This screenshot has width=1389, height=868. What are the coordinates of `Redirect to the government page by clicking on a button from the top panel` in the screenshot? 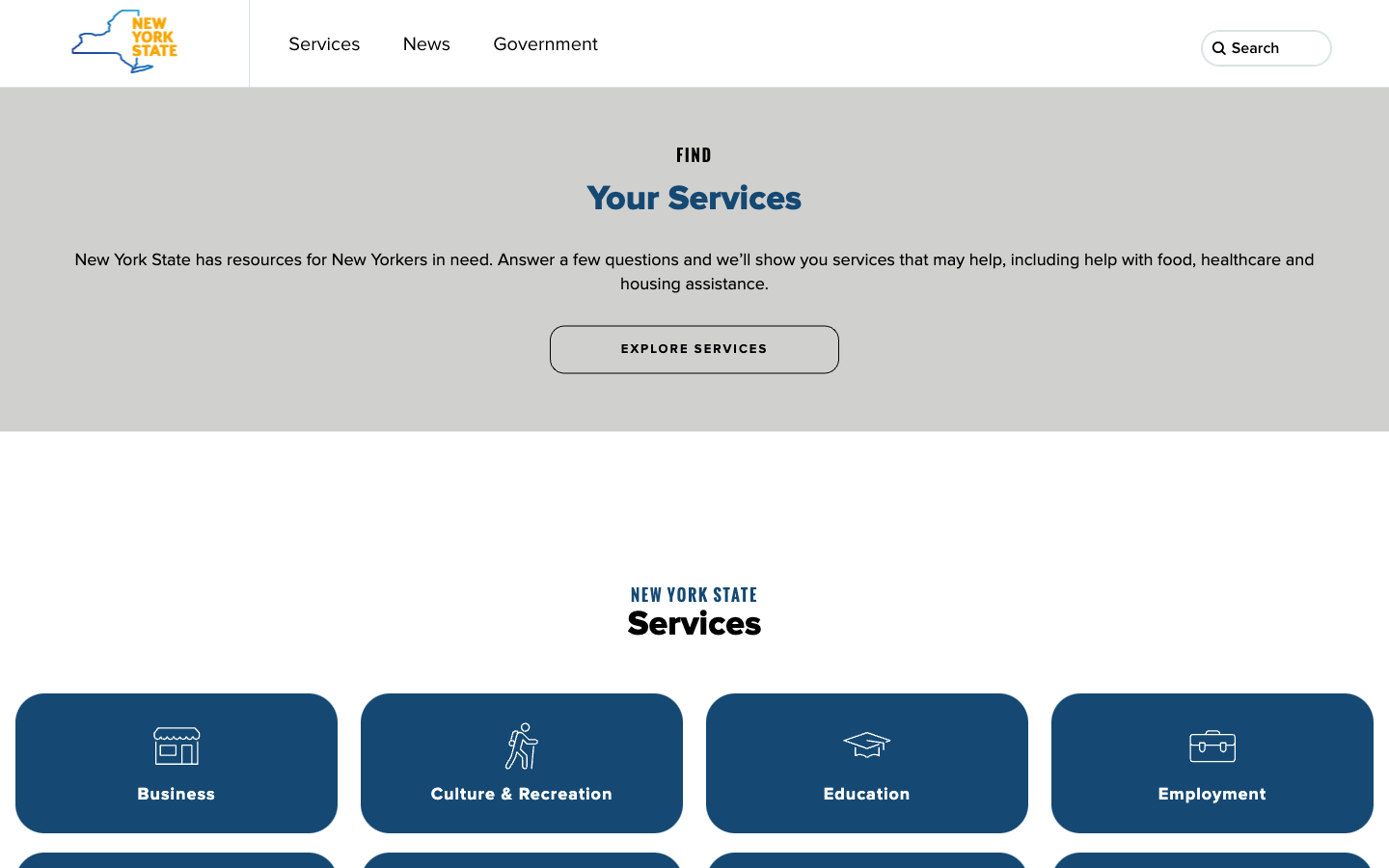 It's located at (545, 42).